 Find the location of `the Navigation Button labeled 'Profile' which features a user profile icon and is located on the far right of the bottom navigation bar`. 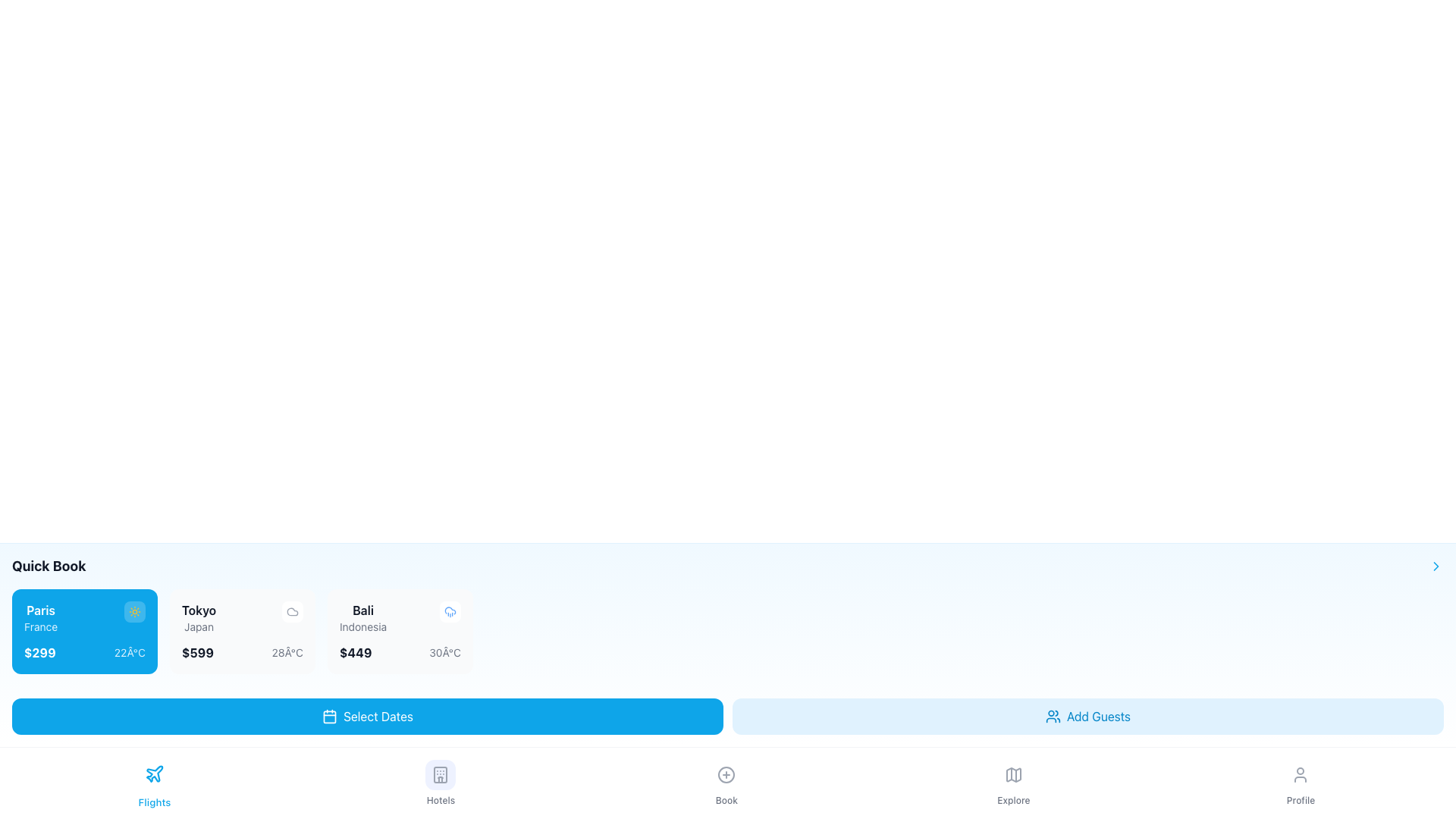

the Navigation Button labeled 'Profile' which features a user profile icon and is located on the far right of the bottom navigation bar is located at coordinates (1300, 783).